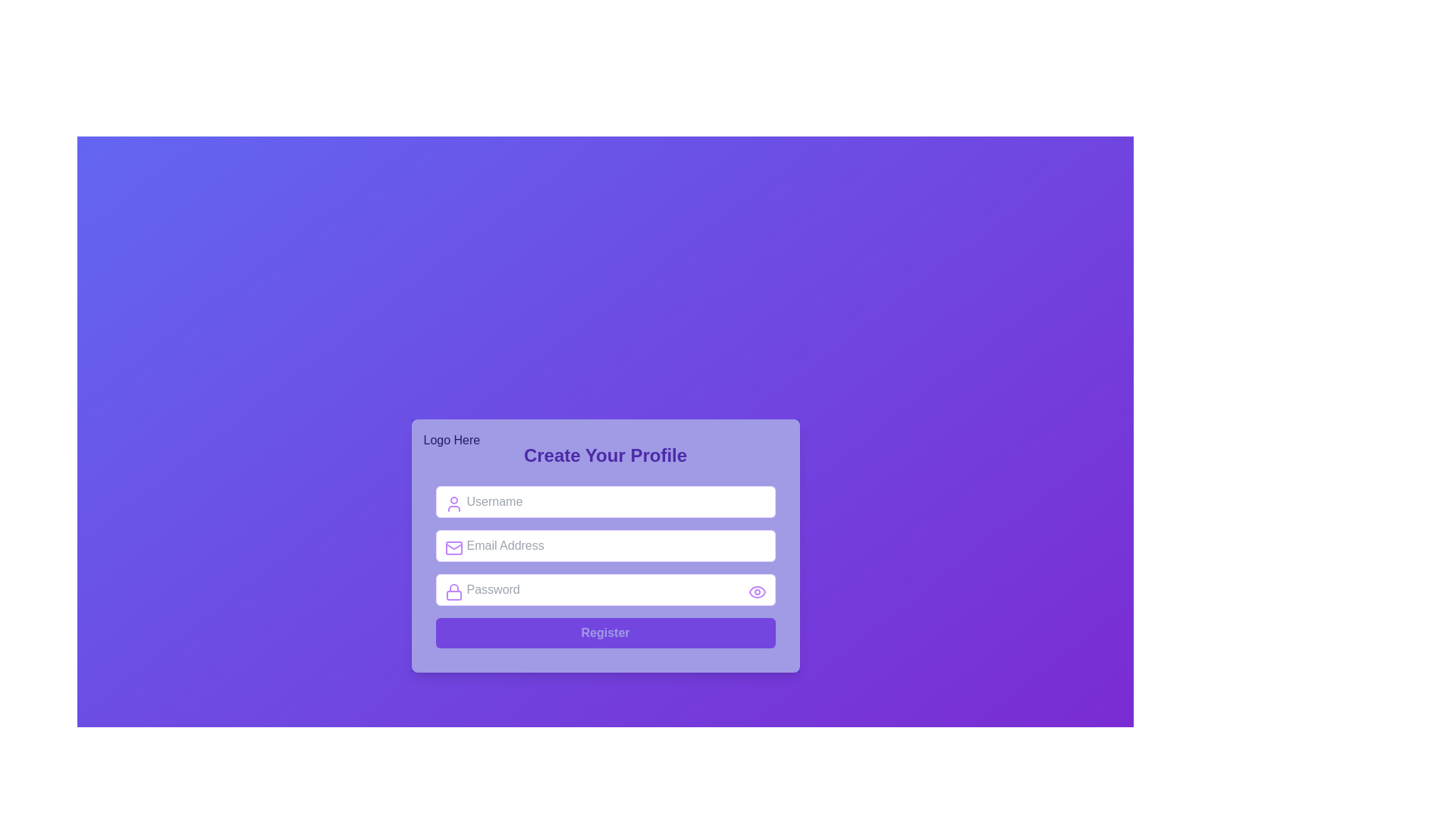  What do you see at coordinates (453, 595) in the screenshot?
I see `the lower rectangular part of the lock icon, which is located to the left of the 'Password' input field on the form` at bounding box center [453, 595].